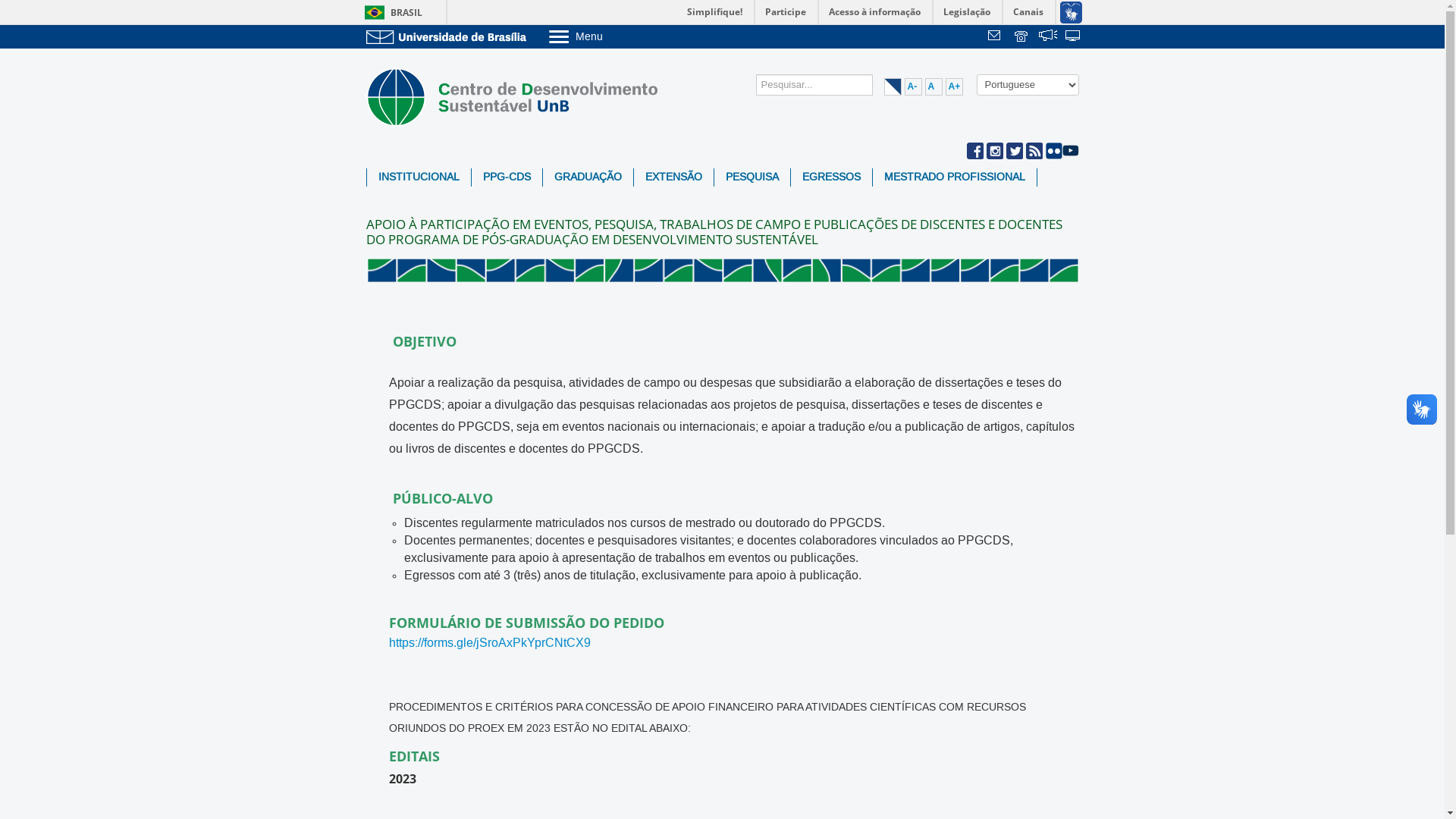 Image resolution: width=1456 pixels, height=819 pixels. Describe the element at coordinates (488, 643) in the screenshot. I see `'https://forms.gle/jSroAxPkYprCNtCX9'` at that location.